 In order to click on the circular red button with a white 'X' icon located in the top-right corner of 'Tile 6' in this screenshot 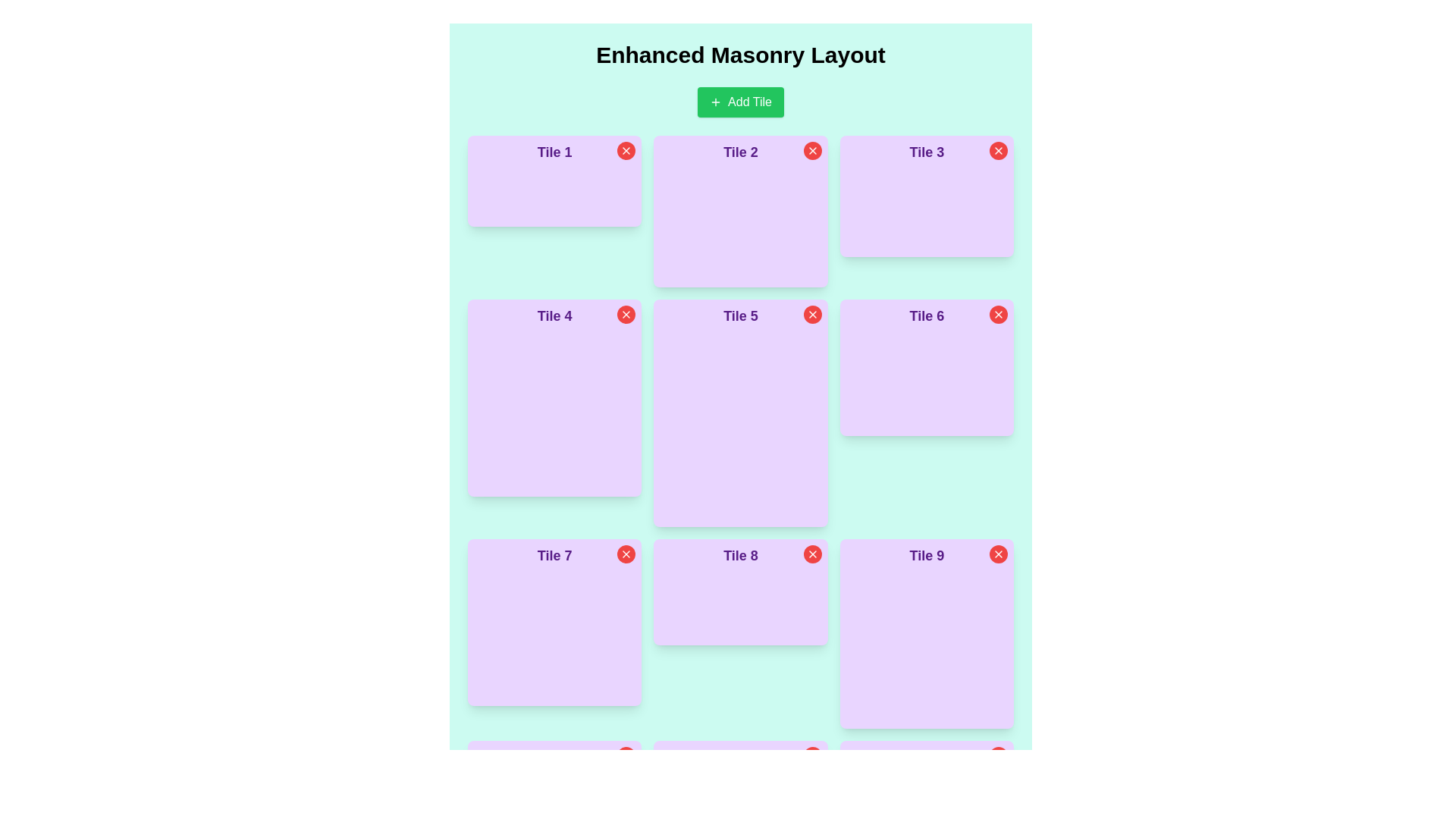, I will do `click(998, 314)`.